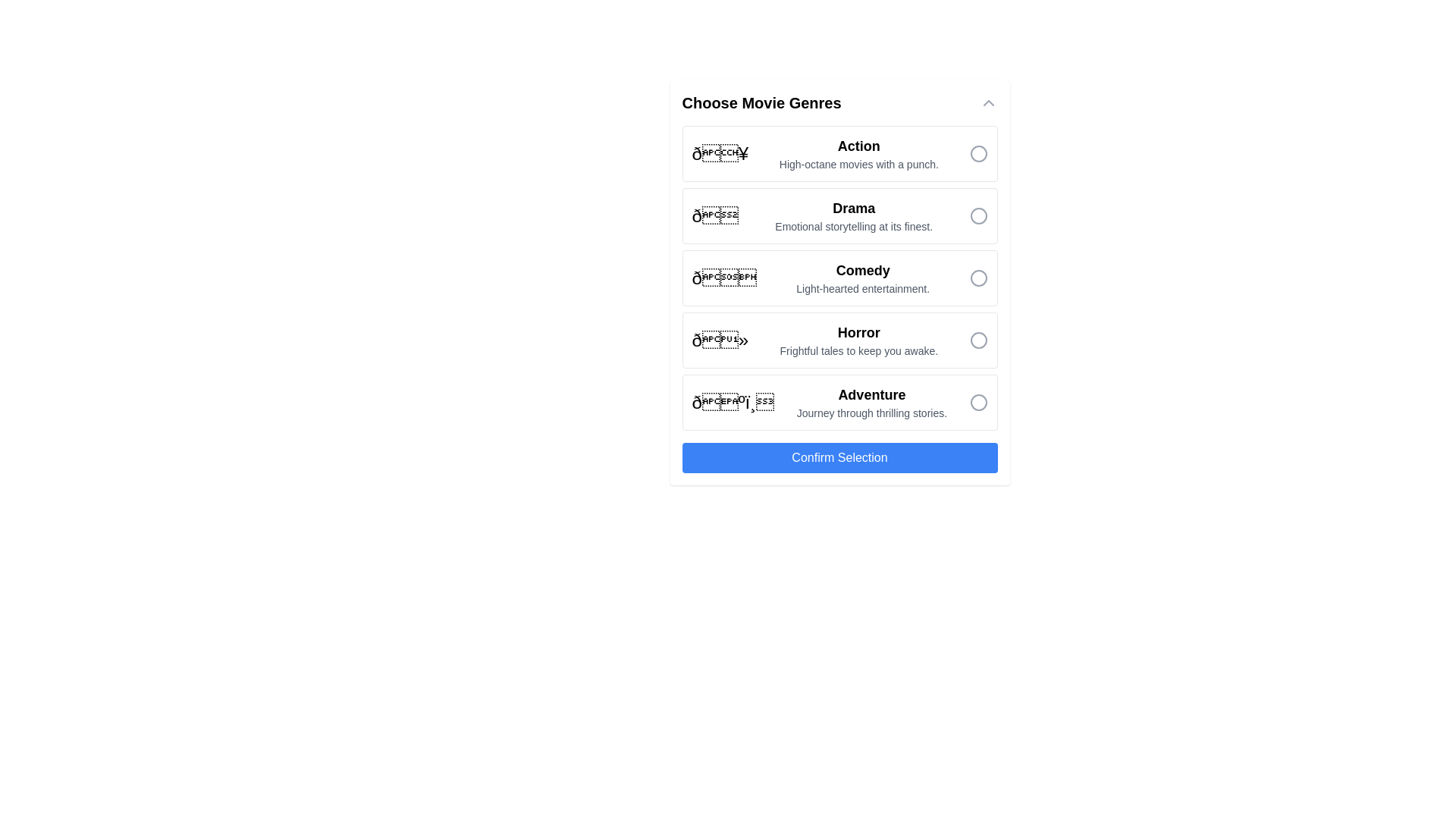  Describe the element at coordinates (863, 278) in the screenshot. I see `the 'Comedy' text label, which is the second option in the list of movie genres, styled in bold black font with a description below it` at that location.